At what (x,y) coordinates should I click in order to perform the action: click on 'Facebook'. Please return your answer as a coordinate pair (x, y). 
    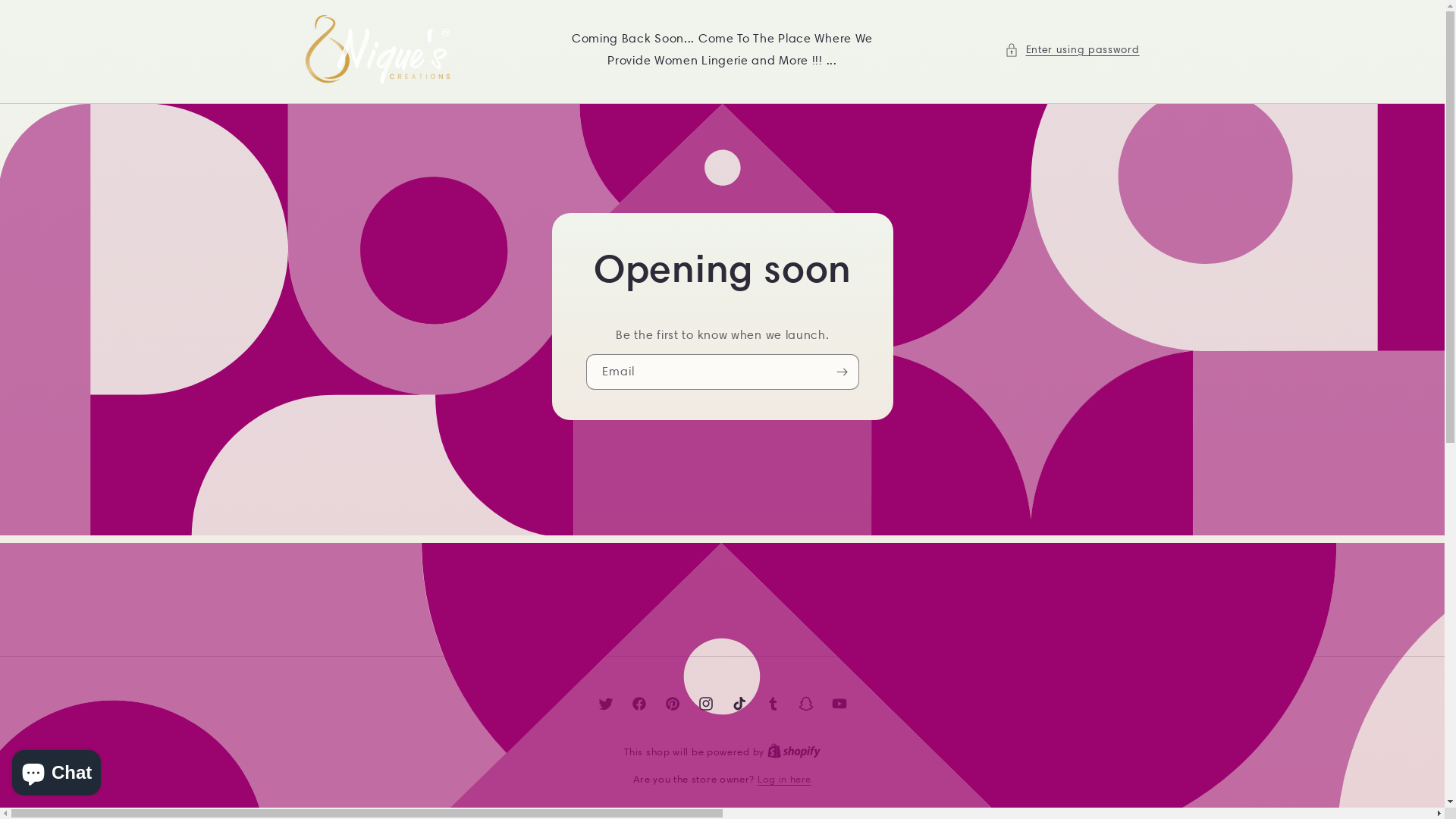
    Looking at the image, I should click on (638, 704).